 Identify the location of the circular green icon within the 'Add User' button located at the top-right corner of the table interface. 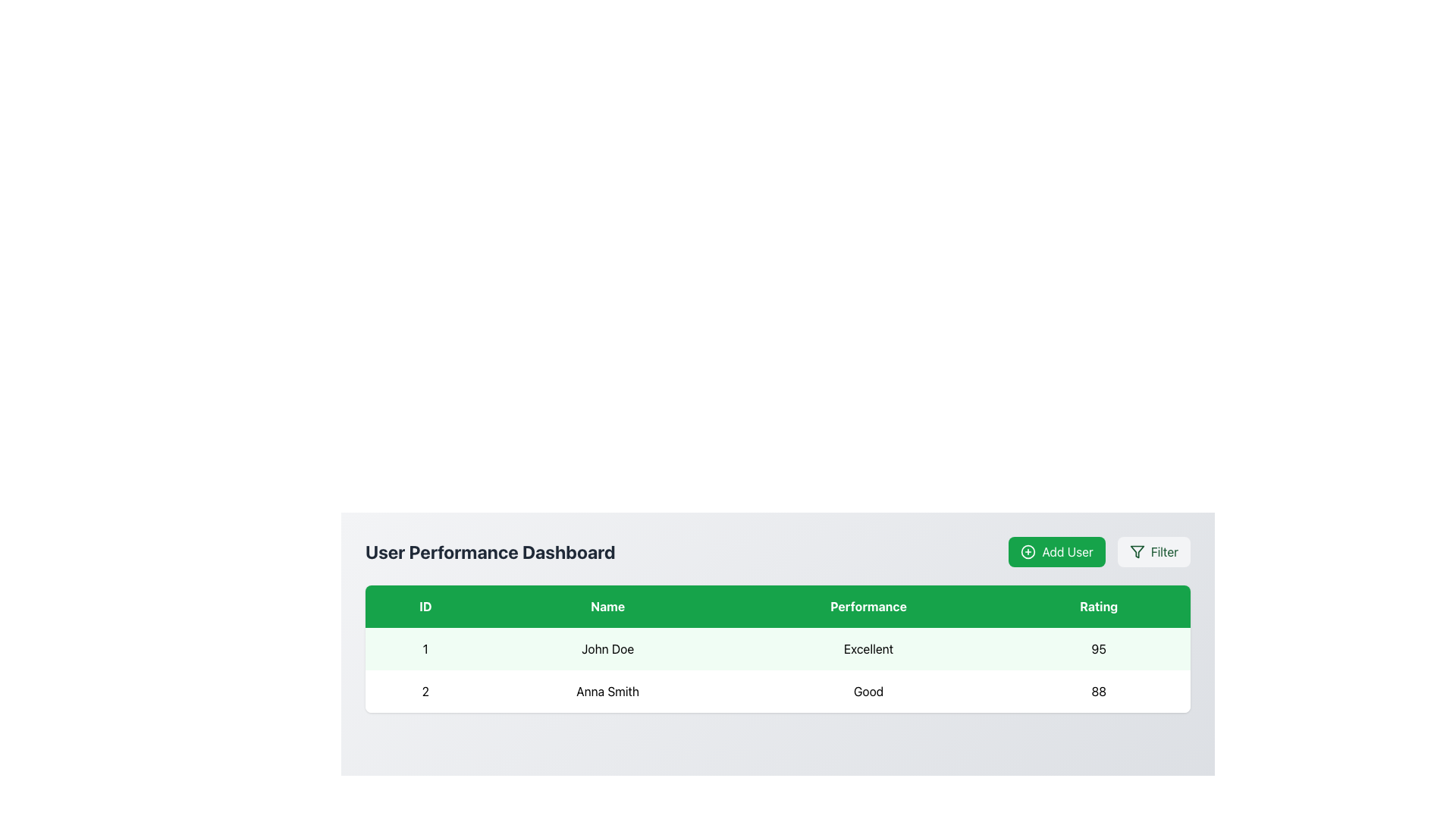
(1028, 552).